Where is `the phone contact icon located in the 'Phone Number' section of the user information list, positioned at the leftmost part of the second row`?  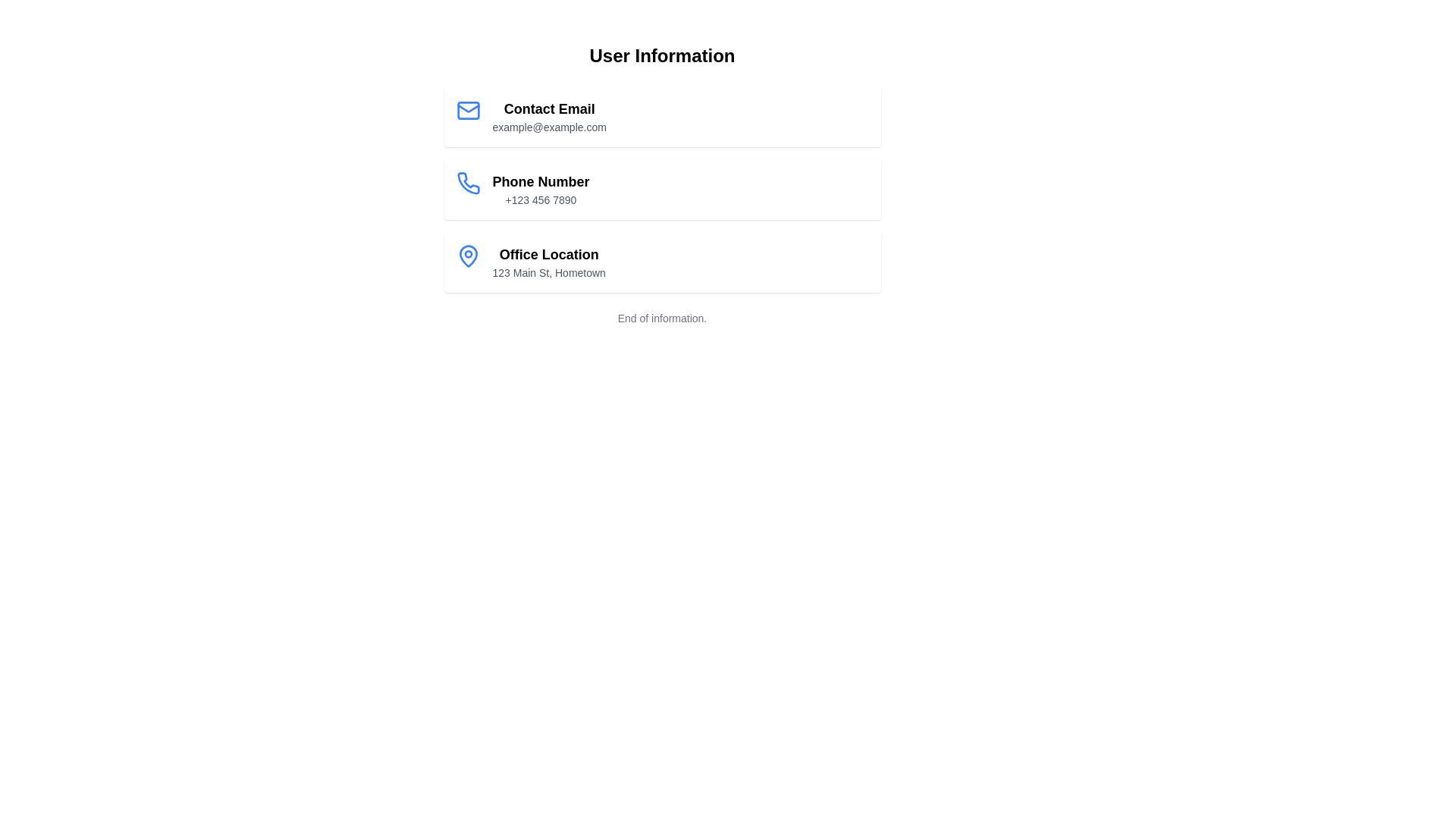 the phone contact icon located in the 'Phone Number' section of the user information list, positioned at the leftmost part of the second row is located at coordinates (467, 183).